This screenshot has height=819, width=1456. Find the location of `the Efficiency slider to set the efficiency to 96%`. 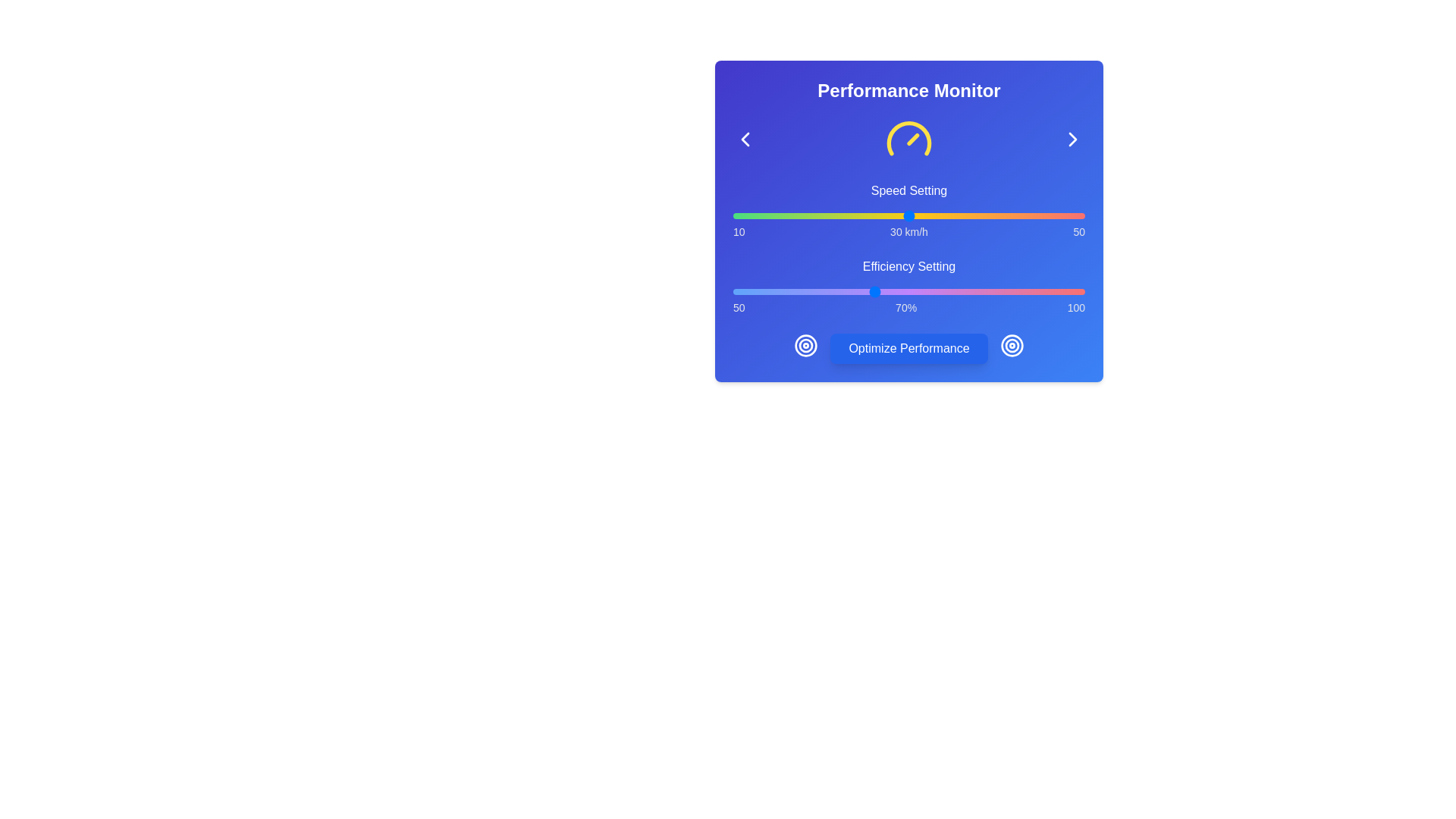

the Efficiency slider to set the efficiency to 96% is located at coordinates (1056, 292).